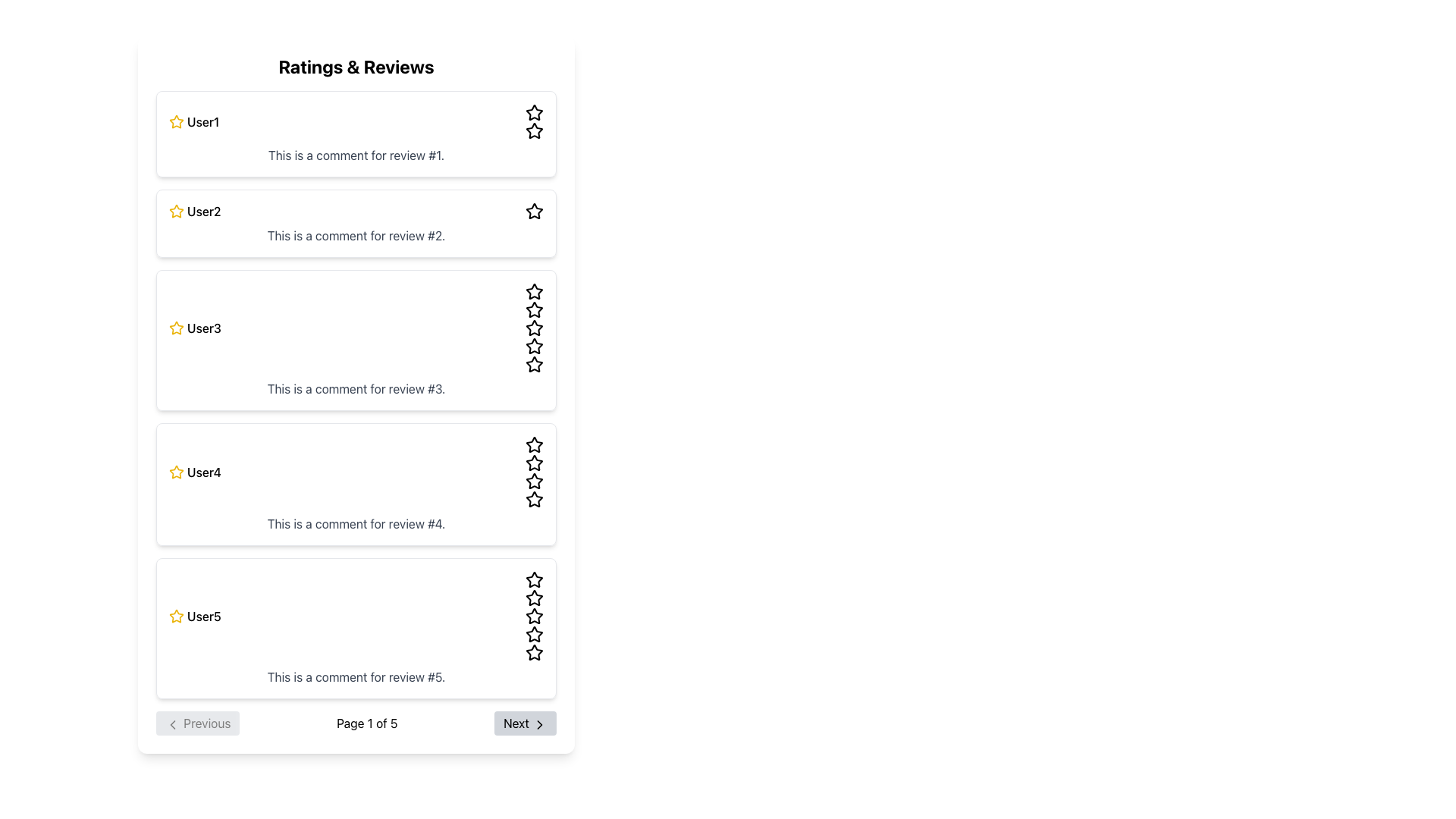 This screenshot has height=819, width=1456. Describe the element at coordinates (535, 365) in the screenshot. I see `the fifth star icon in the rating section of the third user review, which indicates a rating score` at that location.